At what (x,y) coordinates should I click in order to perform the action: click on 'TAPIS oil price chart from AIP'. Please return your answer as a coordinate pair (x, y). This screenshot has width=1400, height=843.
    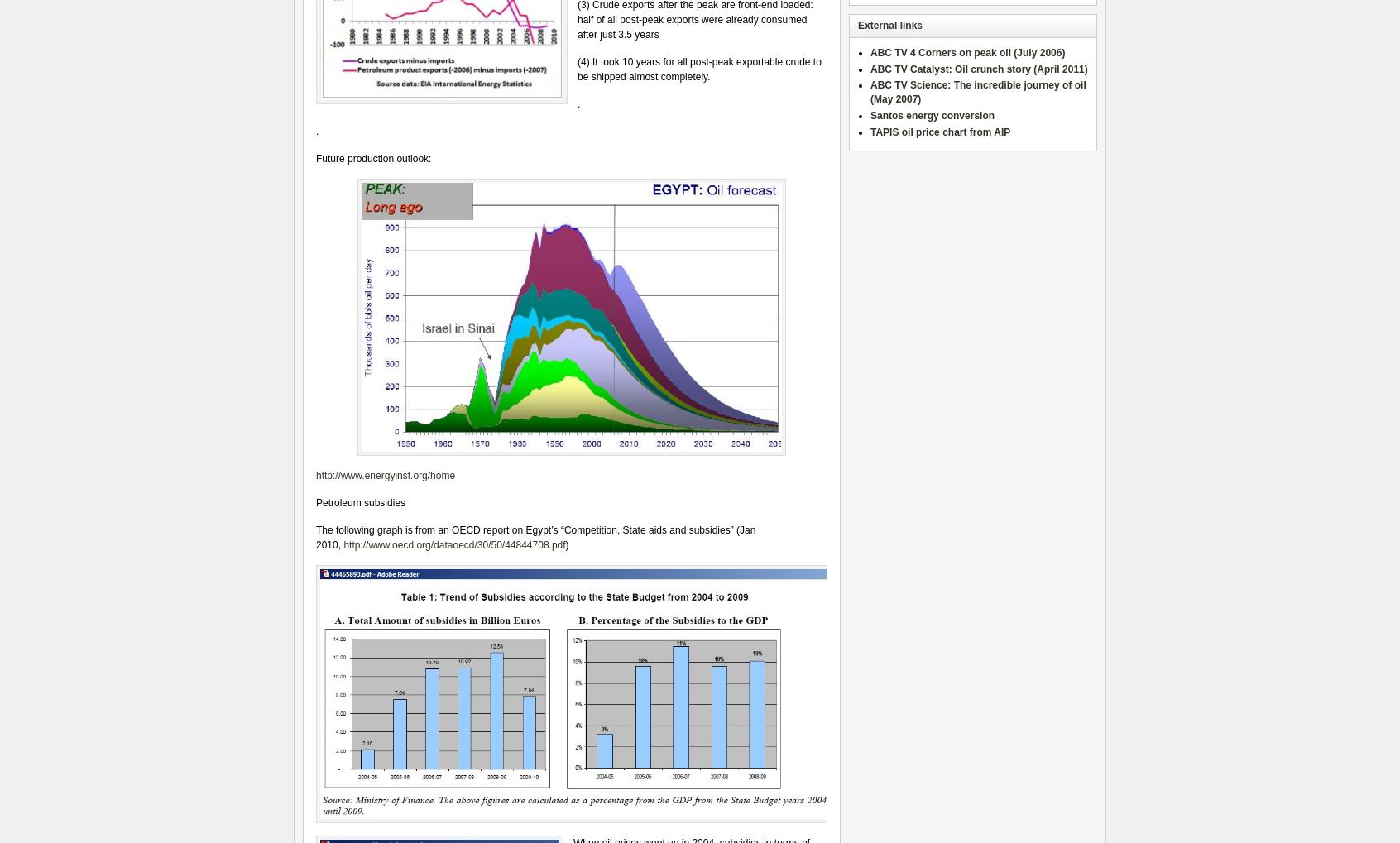
    Looking at the image, I should click on (939, 131).